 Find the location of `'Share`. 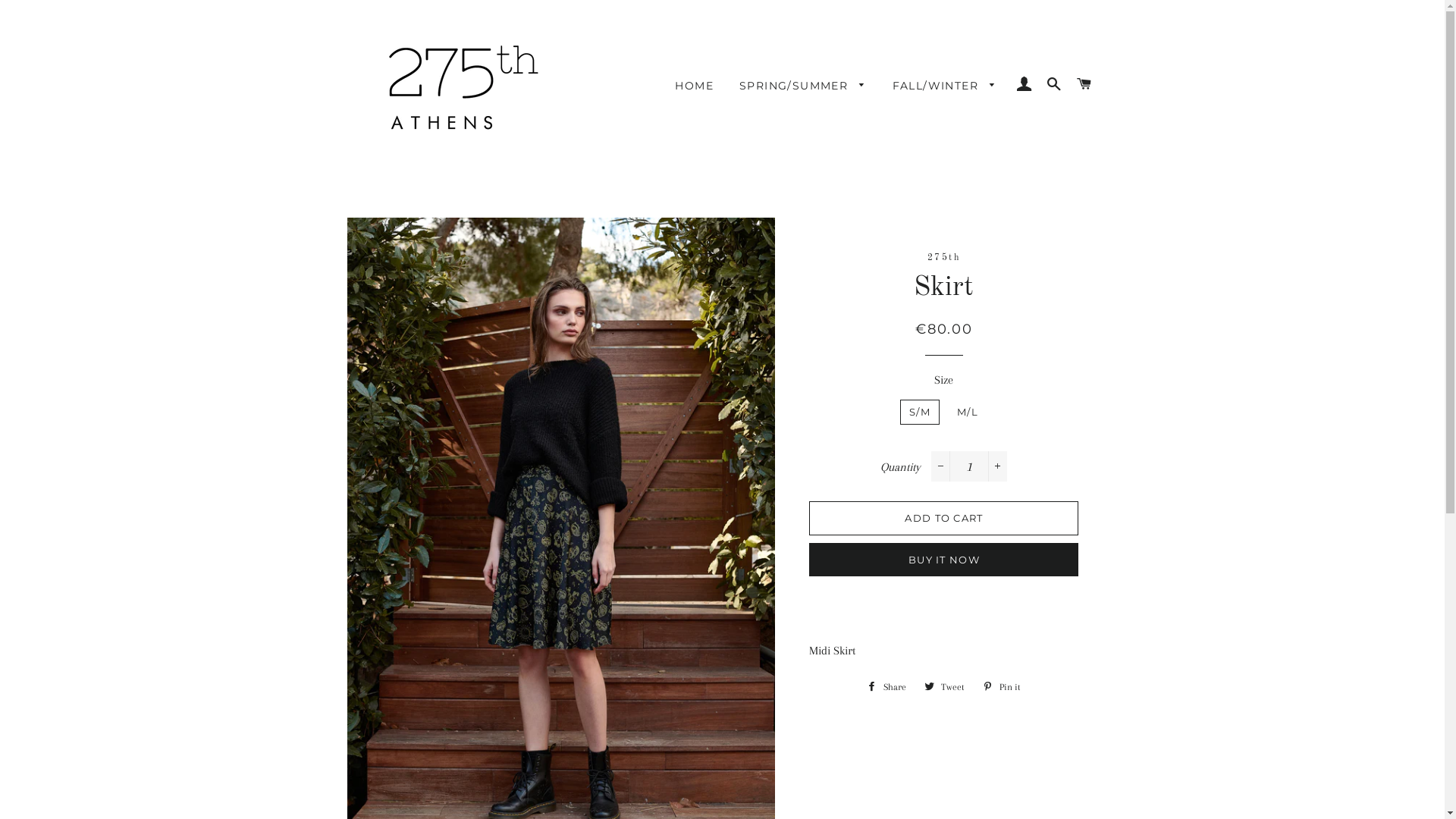

'Share is located at coordinates (886, 687).